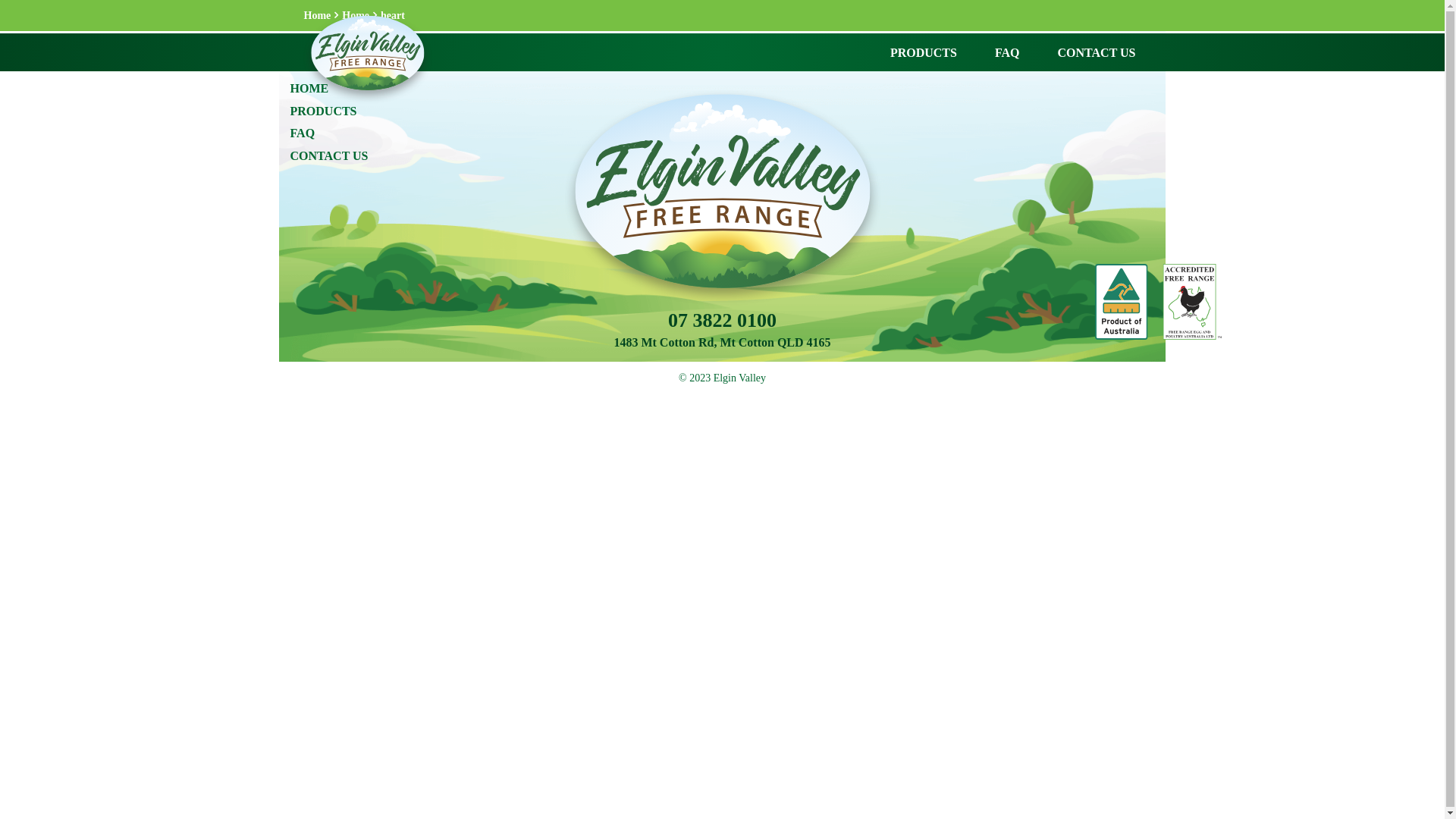 This screenshot has width=1456, height=819. I want to click on 'HOME', so click(308, 88).